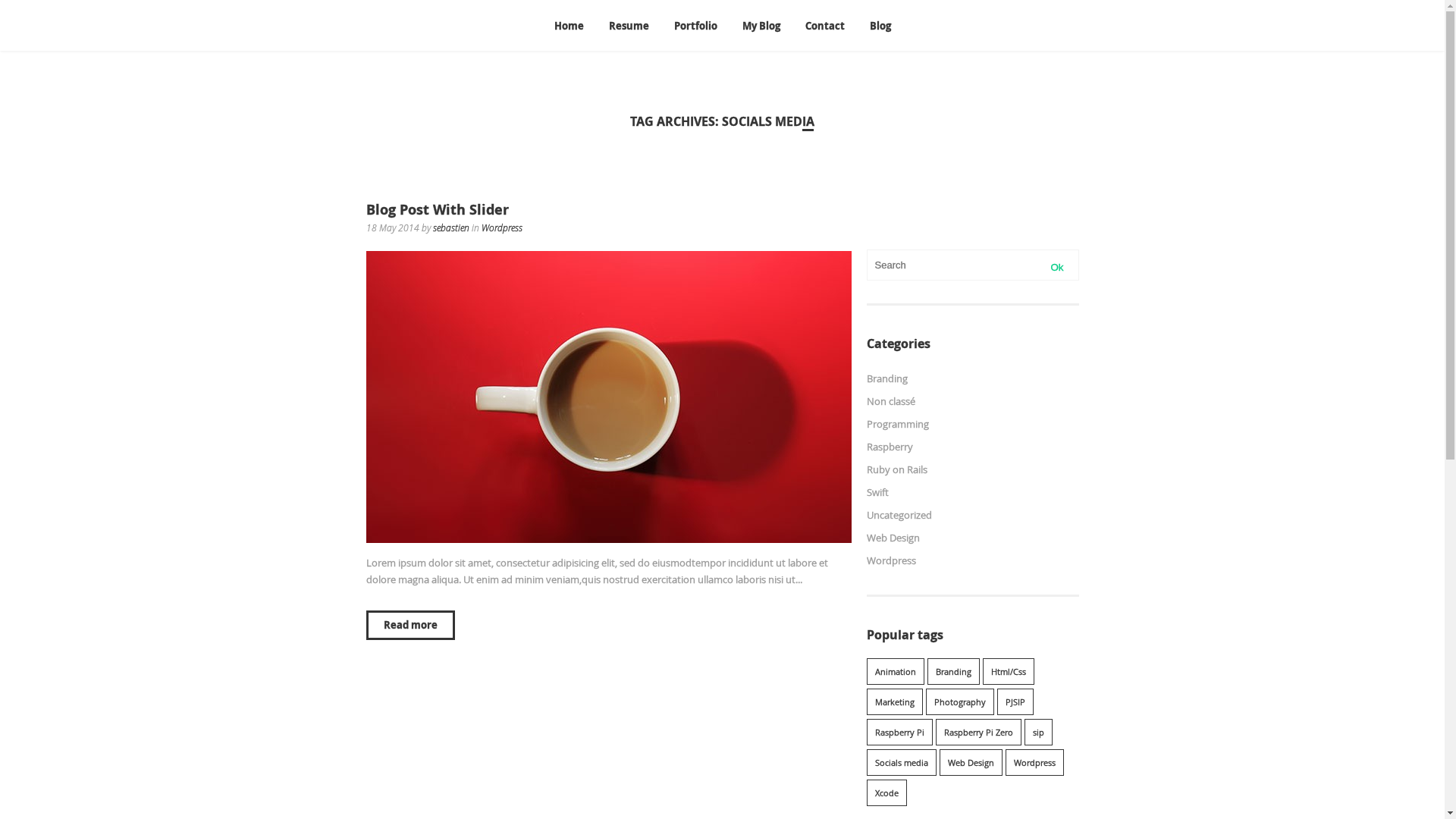 This screenshot has width=1456, height=819. Describe the element at coordinates (383, 625) in the screenshot. I see `'Read more'` at that location.